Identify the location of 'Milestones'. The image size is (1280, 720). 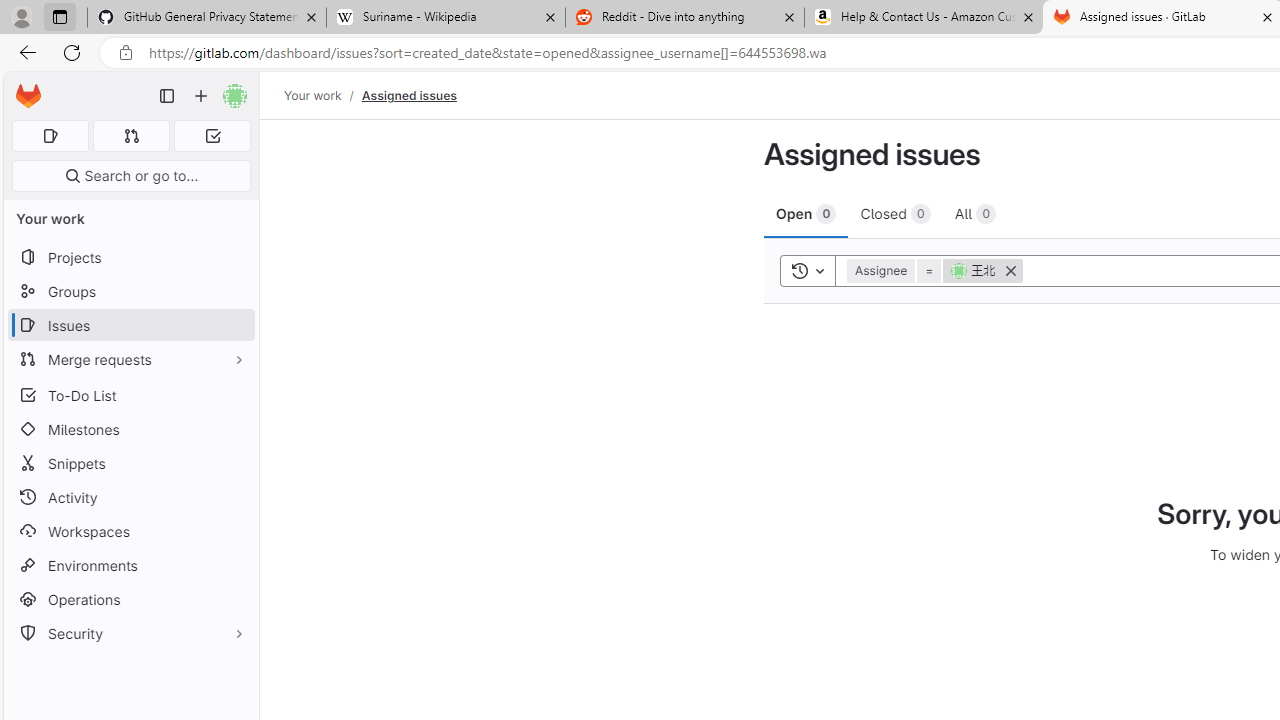
(130, 428).